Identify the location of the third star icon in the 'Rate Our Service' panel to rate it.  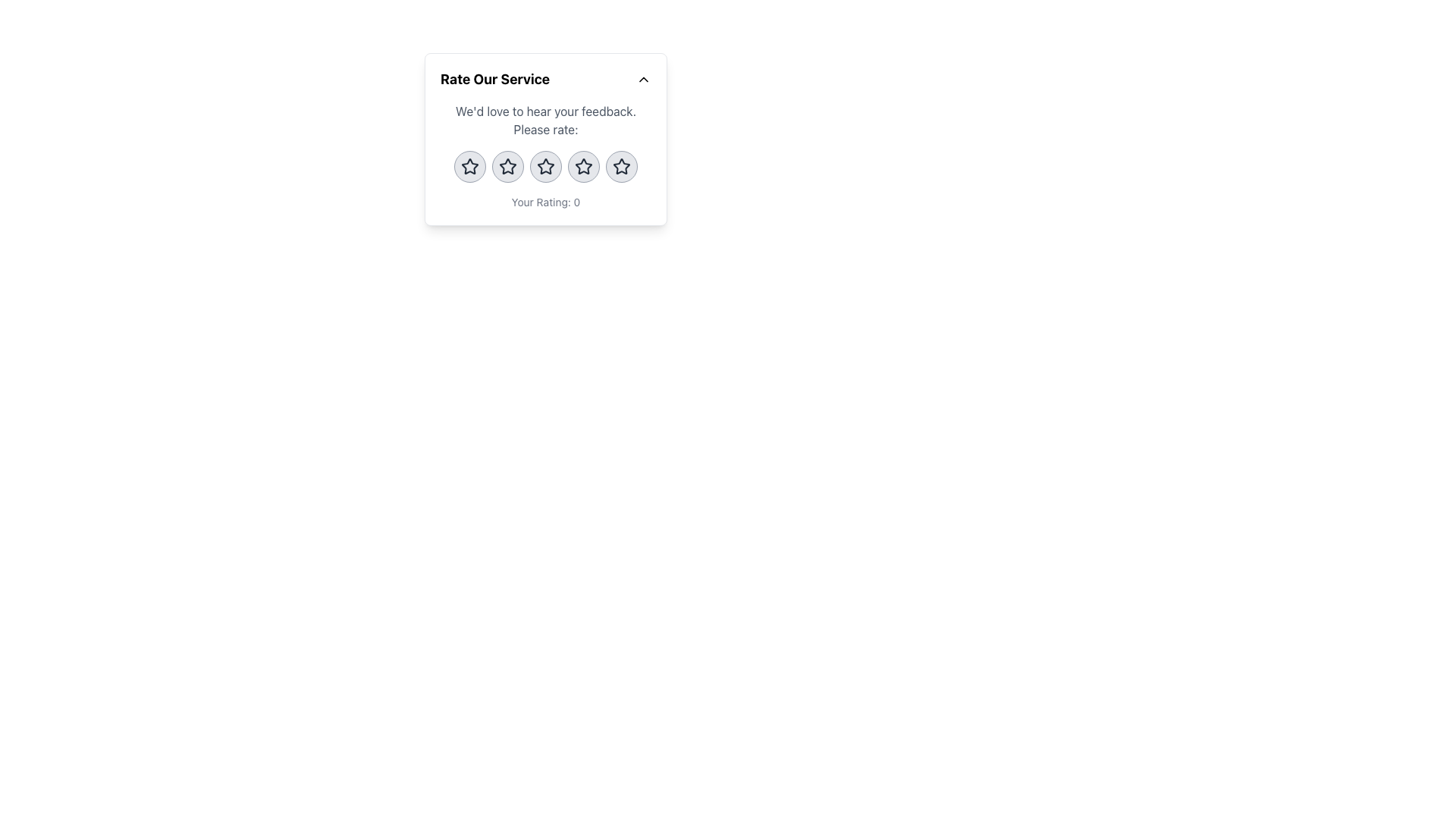
(582, 166).